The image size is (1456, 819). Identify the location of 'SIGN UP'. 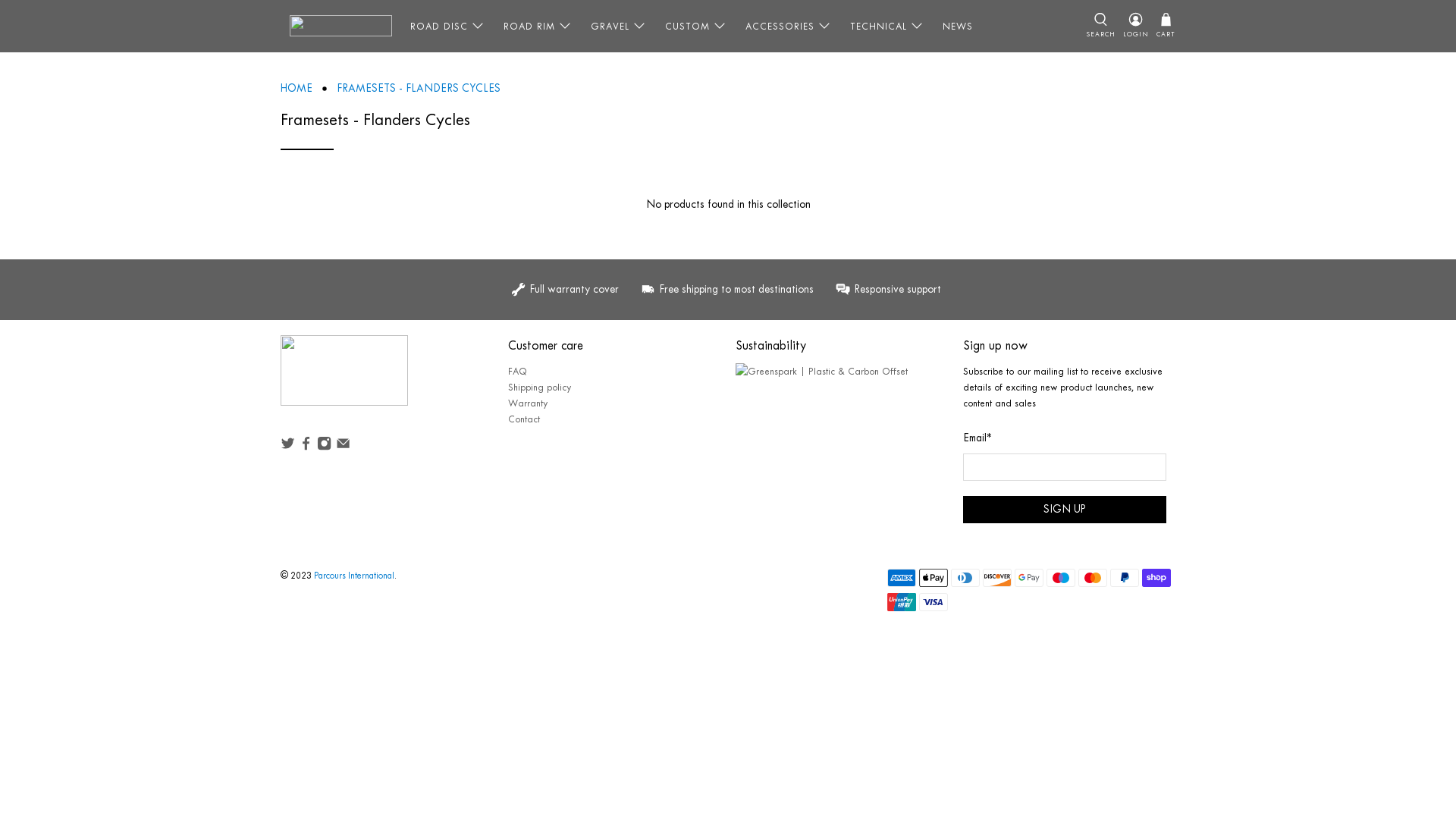
(1063, 509).